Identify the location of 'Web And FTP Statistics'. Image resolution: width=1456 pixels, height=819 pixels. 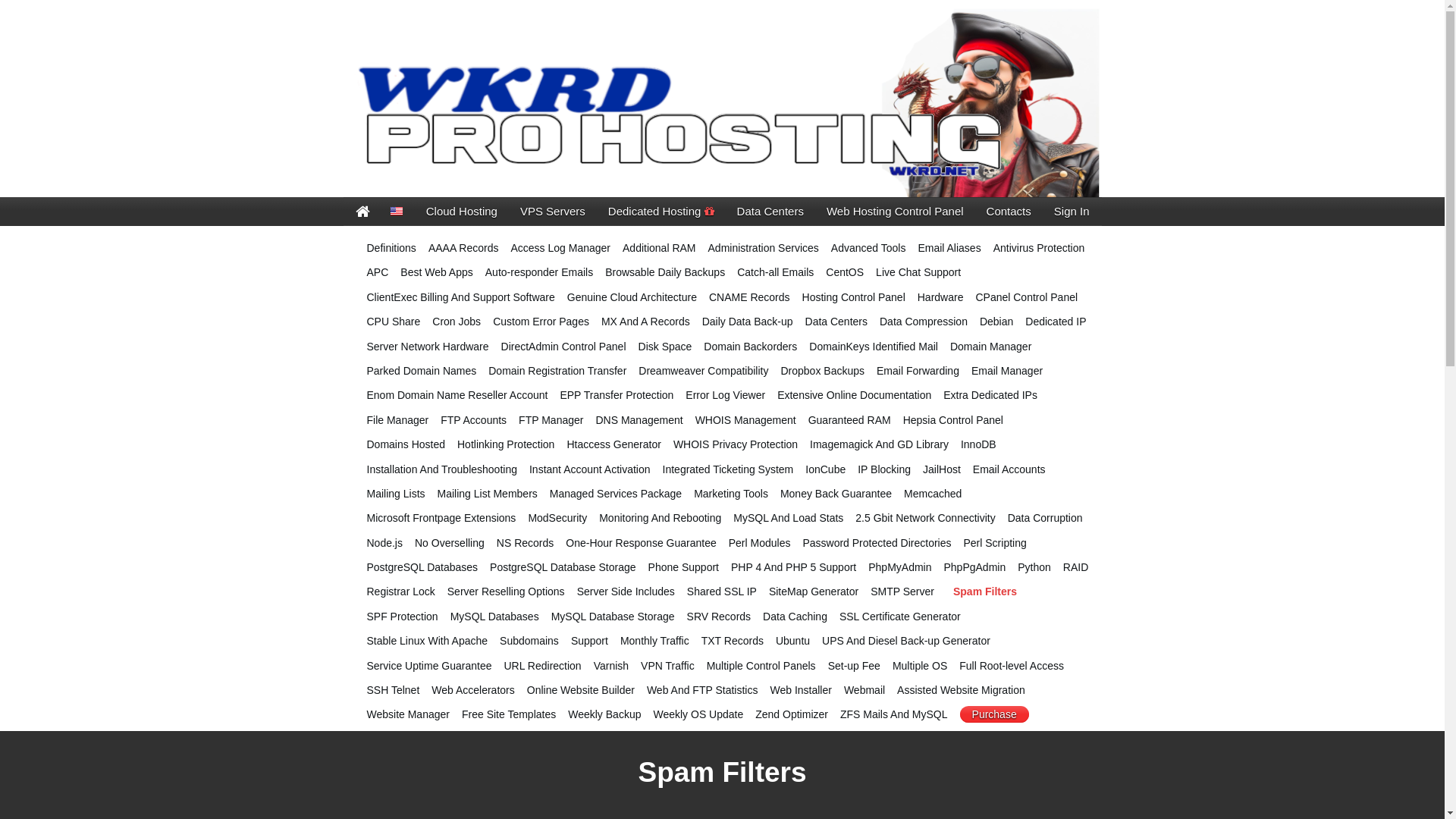
(701, 690).